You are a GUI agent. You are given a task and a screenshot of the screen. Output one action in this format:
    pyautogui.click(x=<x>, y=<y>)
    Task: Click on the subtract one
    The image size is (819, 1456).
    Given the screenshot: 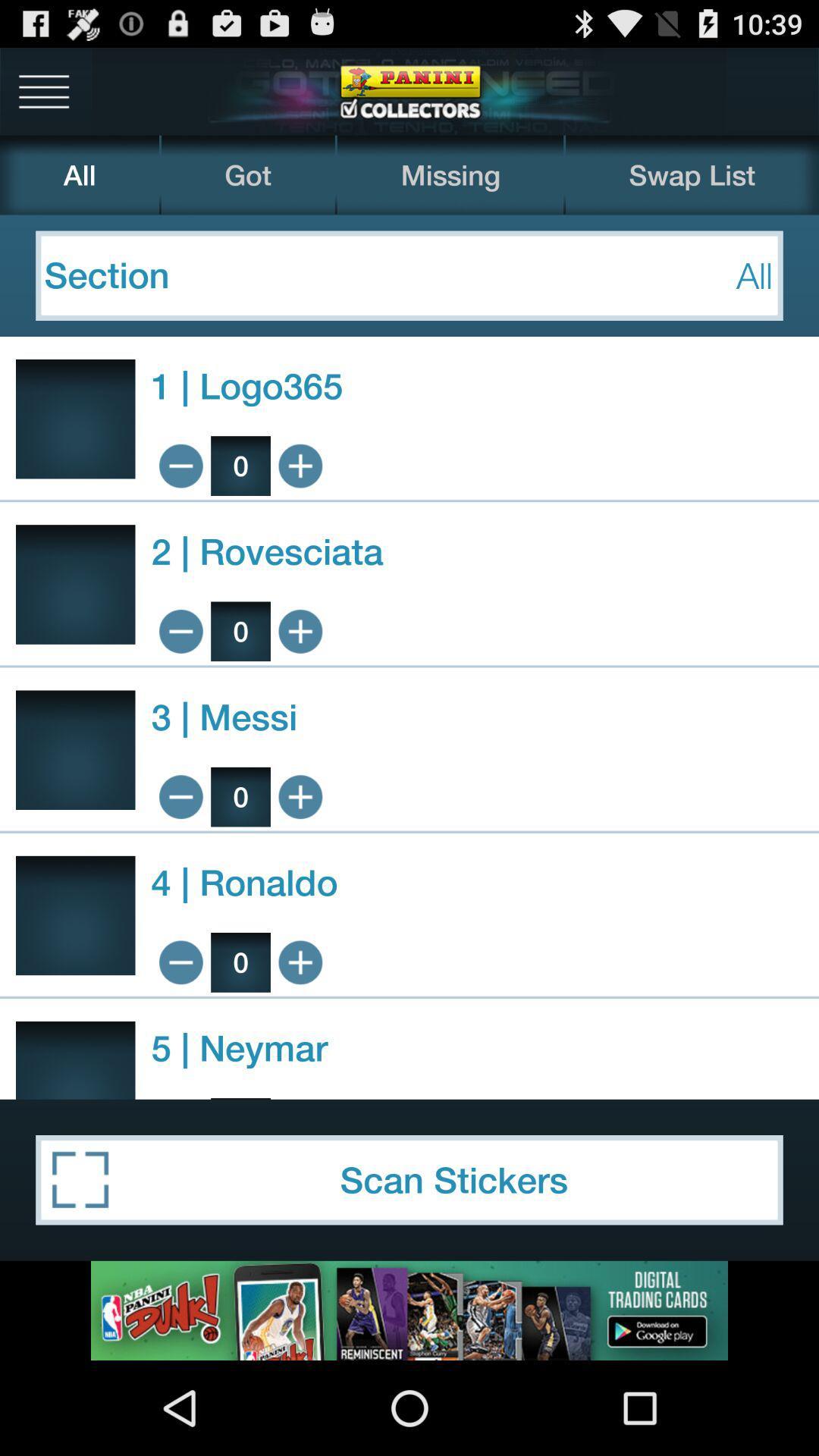 What is the action you would take?
    pyautogui.click(x=180, y=465)
    